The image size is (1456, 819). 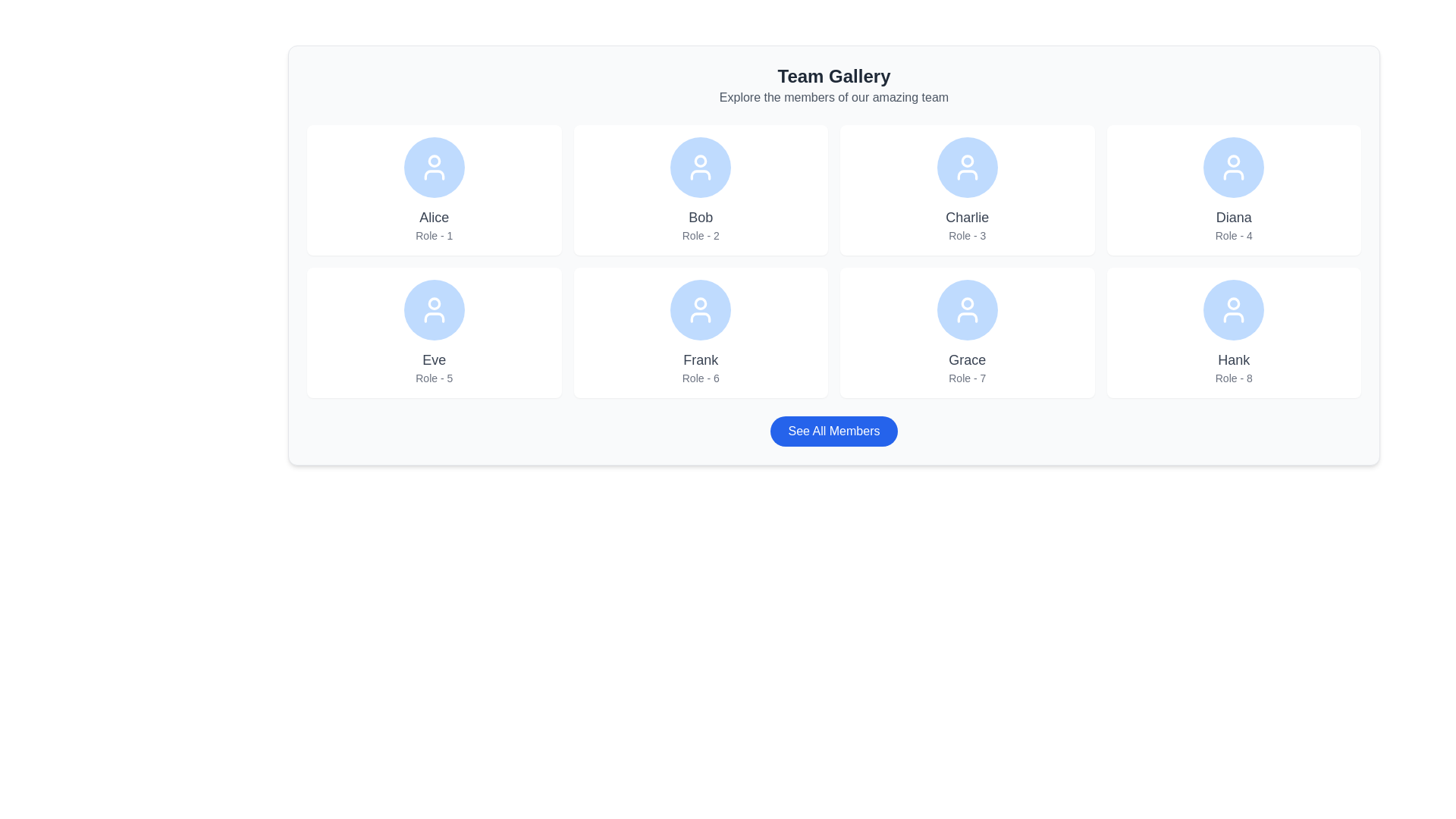 I want to click on the button with rounded corners and blue background labeled 'See All Members' located at the bottom center of the layout, so click(x=833, y=431).